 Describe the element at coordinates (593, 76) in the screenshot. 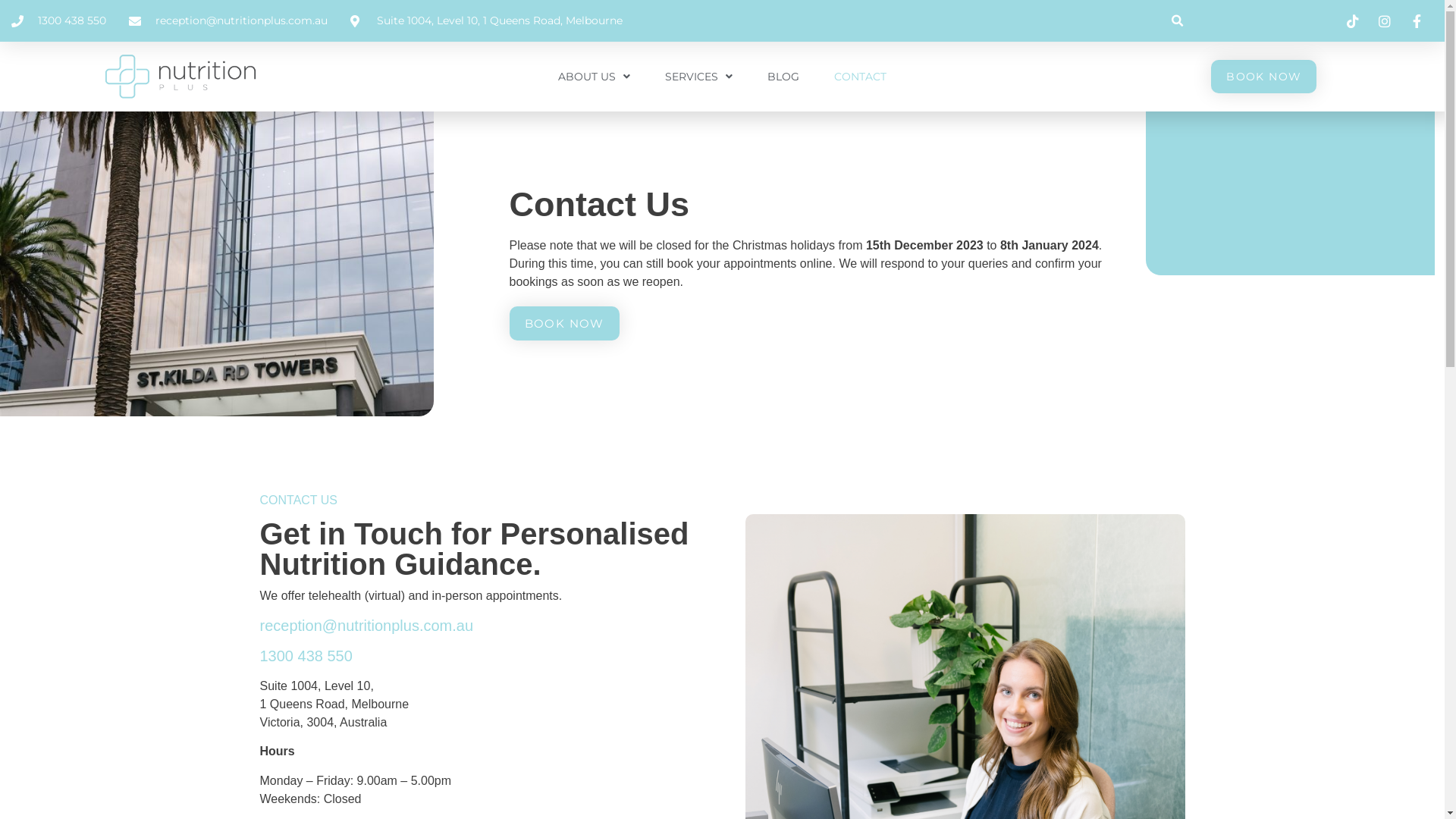

I see `'ABOUT US'` at that location.